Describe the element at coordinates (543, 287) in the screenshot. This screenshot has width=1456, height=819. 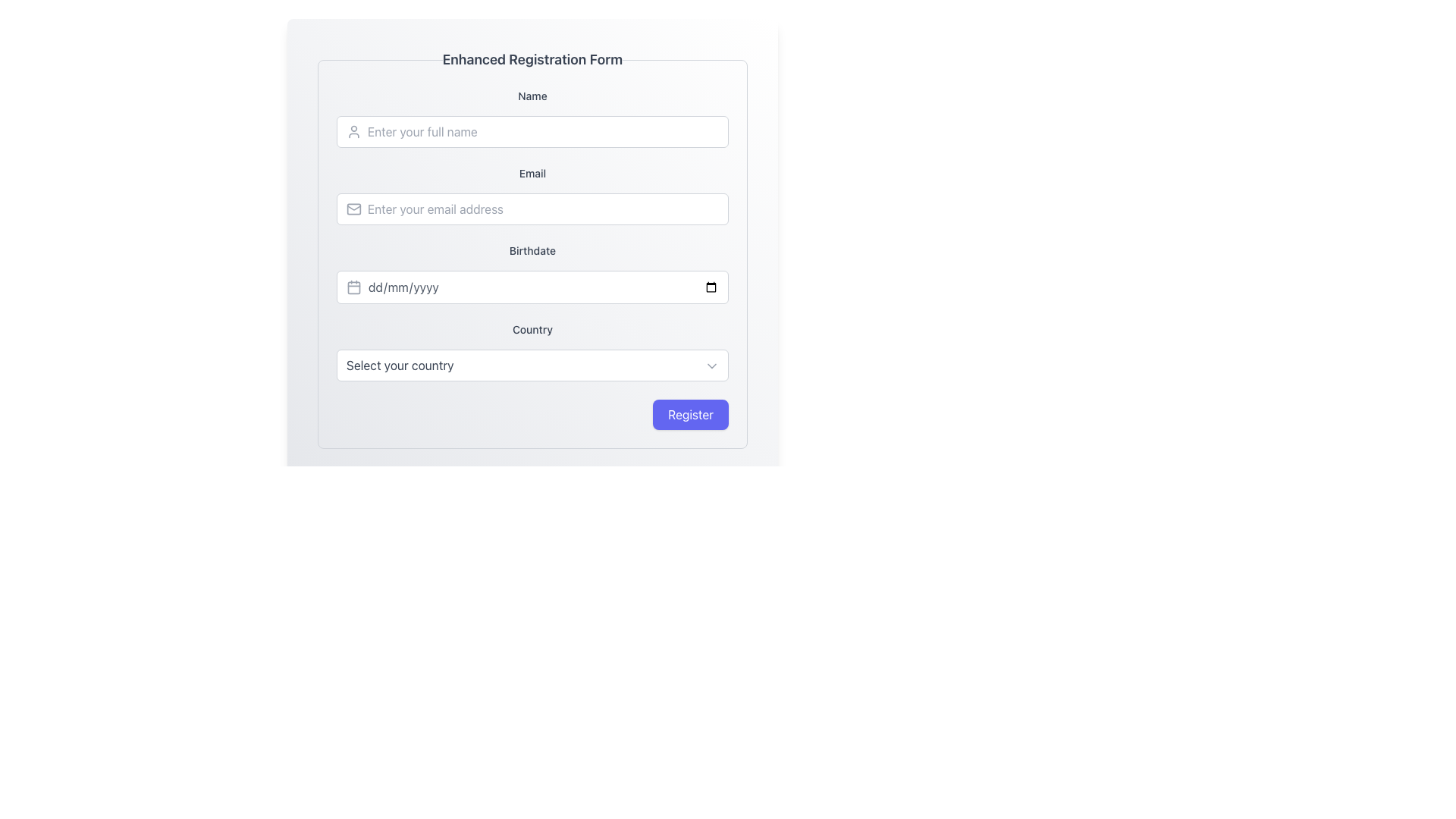
I see `the Date Input Field` at that location.